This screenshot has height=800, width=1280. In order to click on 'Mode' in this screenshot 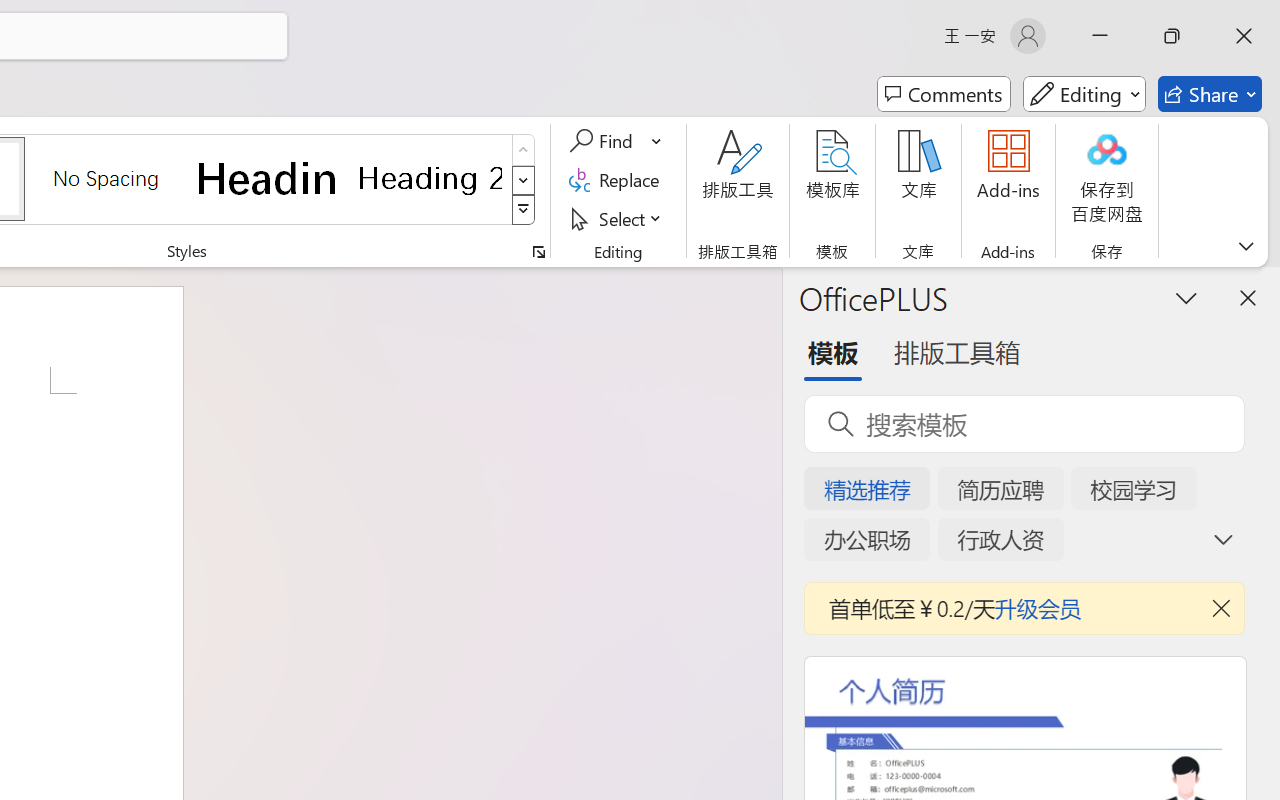, I will do `click(1083, 94)`.